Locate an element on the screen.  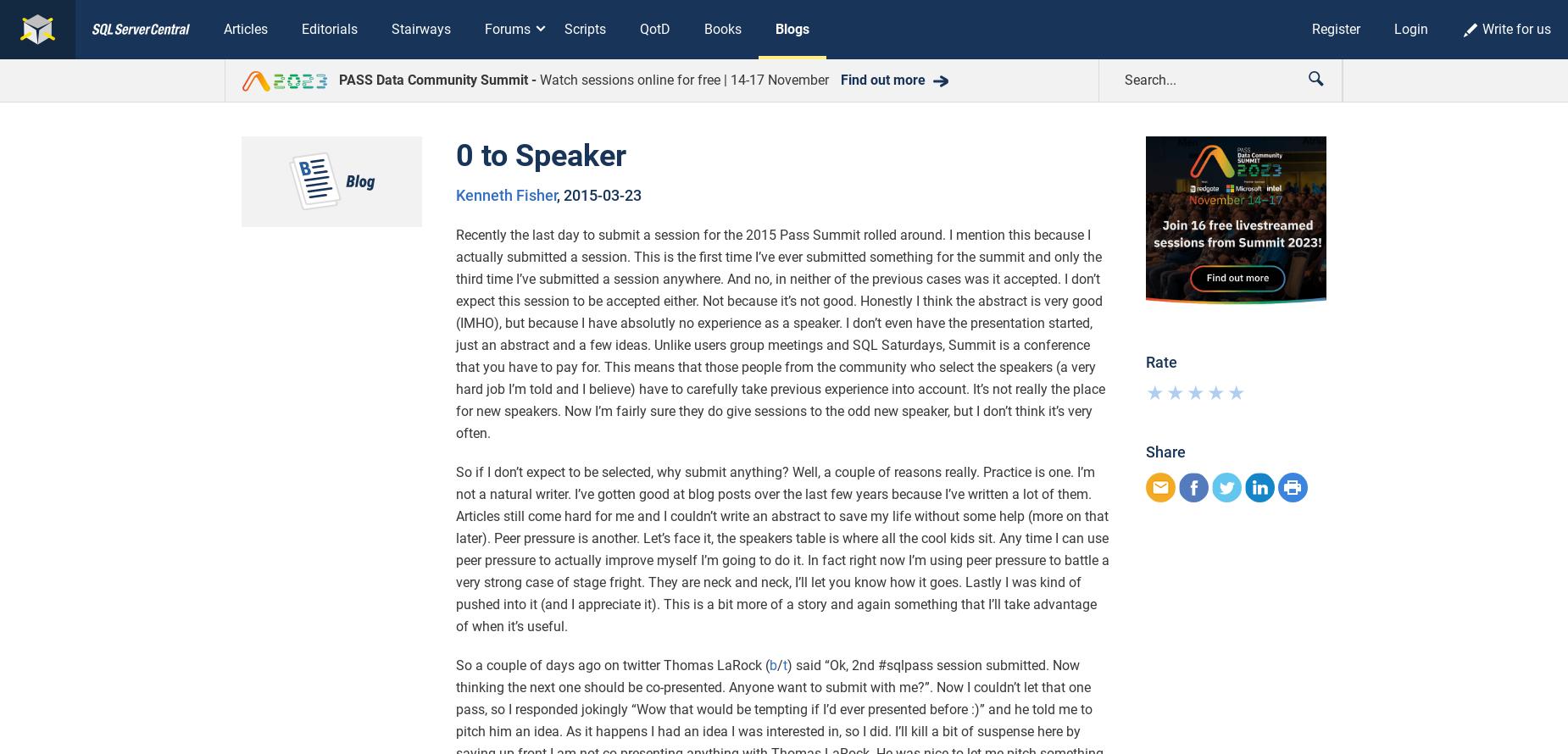
'by' is located at coordinates (464, 696).